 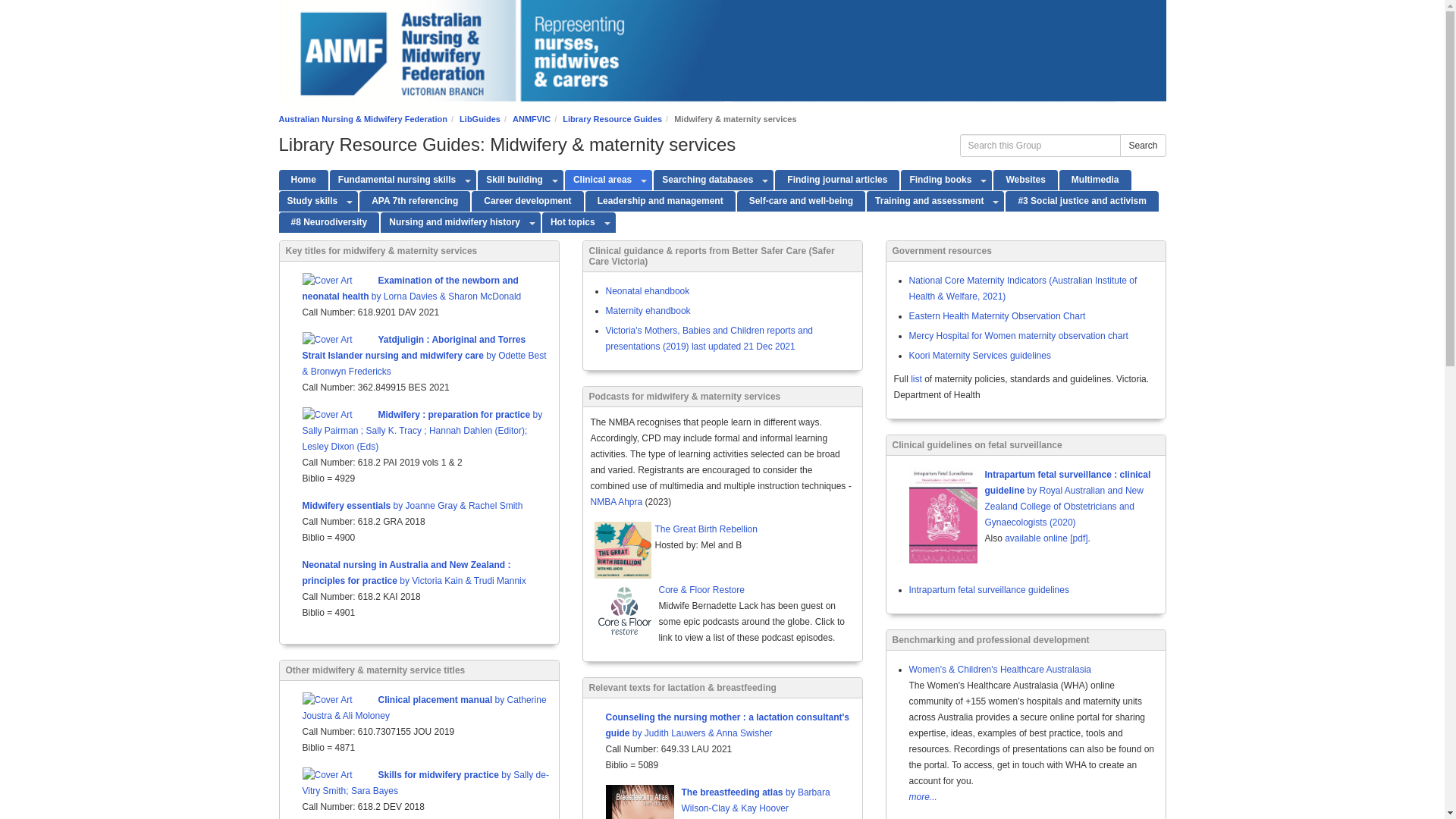 I want to click on 'Clinical placement manual by Catherine Joustra & Ali Moloney', so click(x=423, y=708).